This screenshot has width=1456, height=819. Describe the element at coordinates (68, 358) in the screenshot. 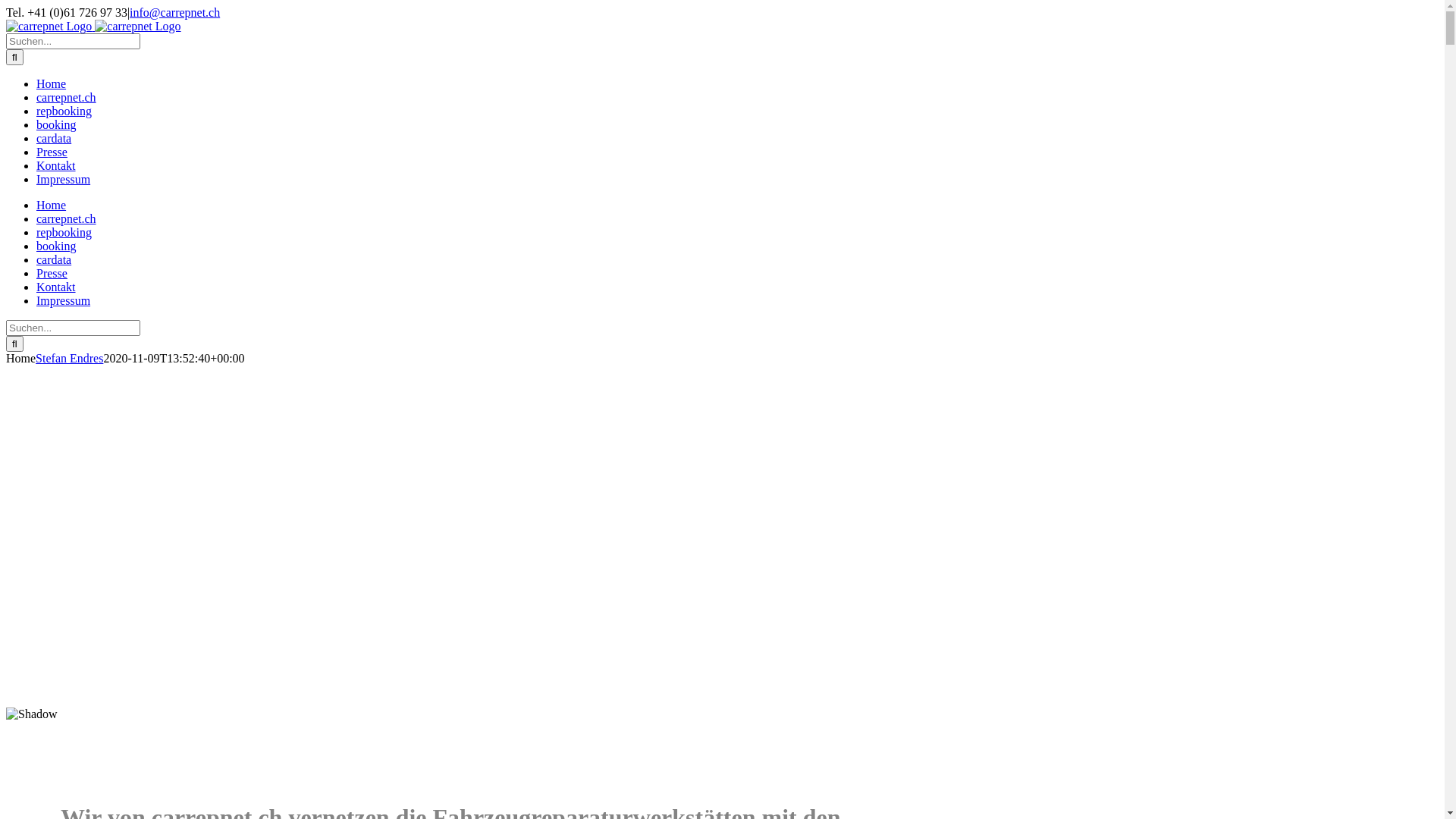

I see `'Stefan Endres'` at that location.